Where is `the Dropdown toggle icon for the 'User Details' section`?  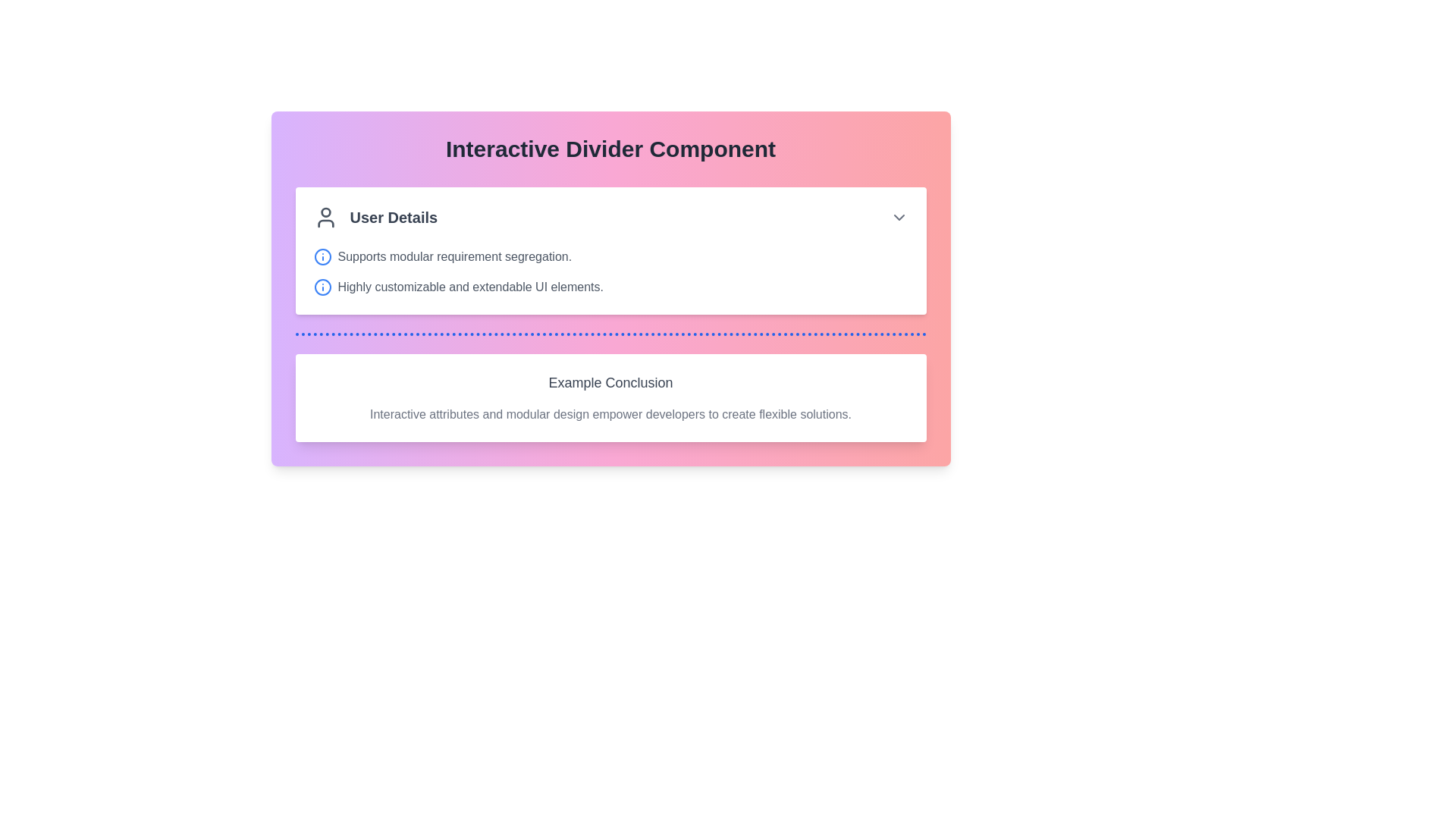
the Dropdown toggle icon for the 'User Details' section is located at coordinates (899, 217).